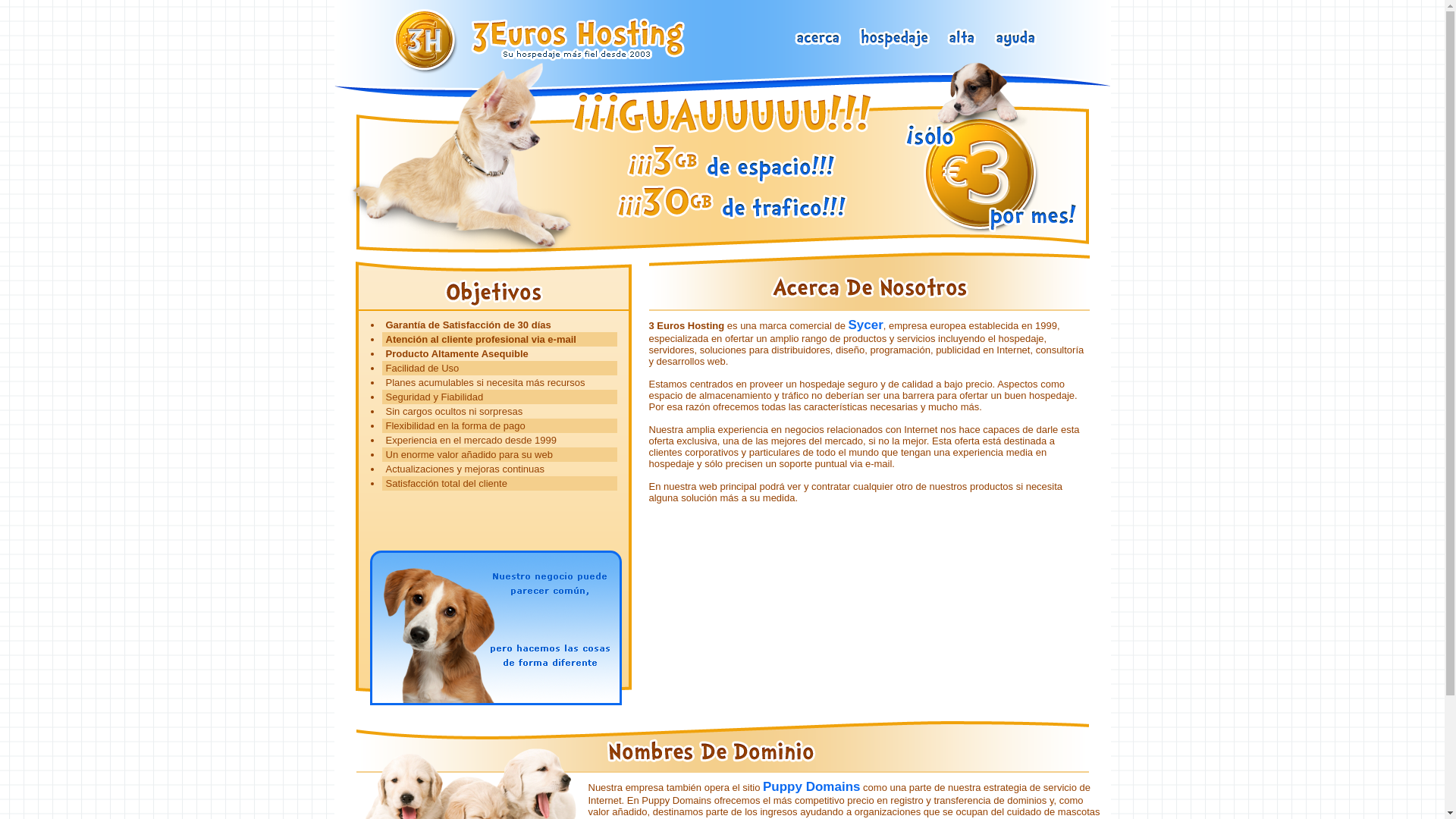 Image resolution: width=1456 pixels, height=819 pixels. What do you see at coordinates (817, 38) in the screenshot?
I see `'acerca'` at bounding box center [817, 38].